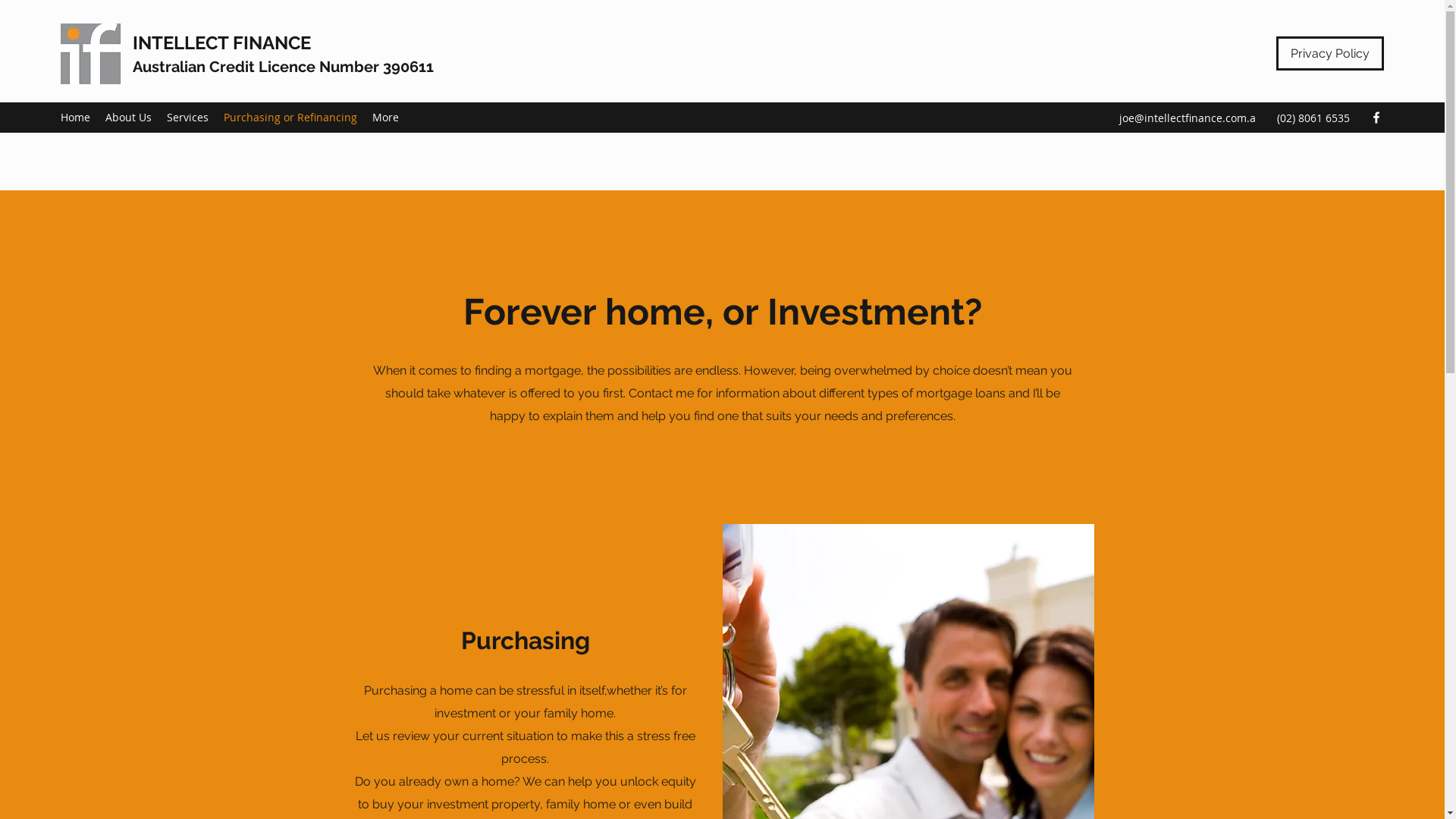 This screenshot has height=819, width=1456. Describe the element at coordinates (53, 116) in the screenshot. I see `'Home'` at that location.